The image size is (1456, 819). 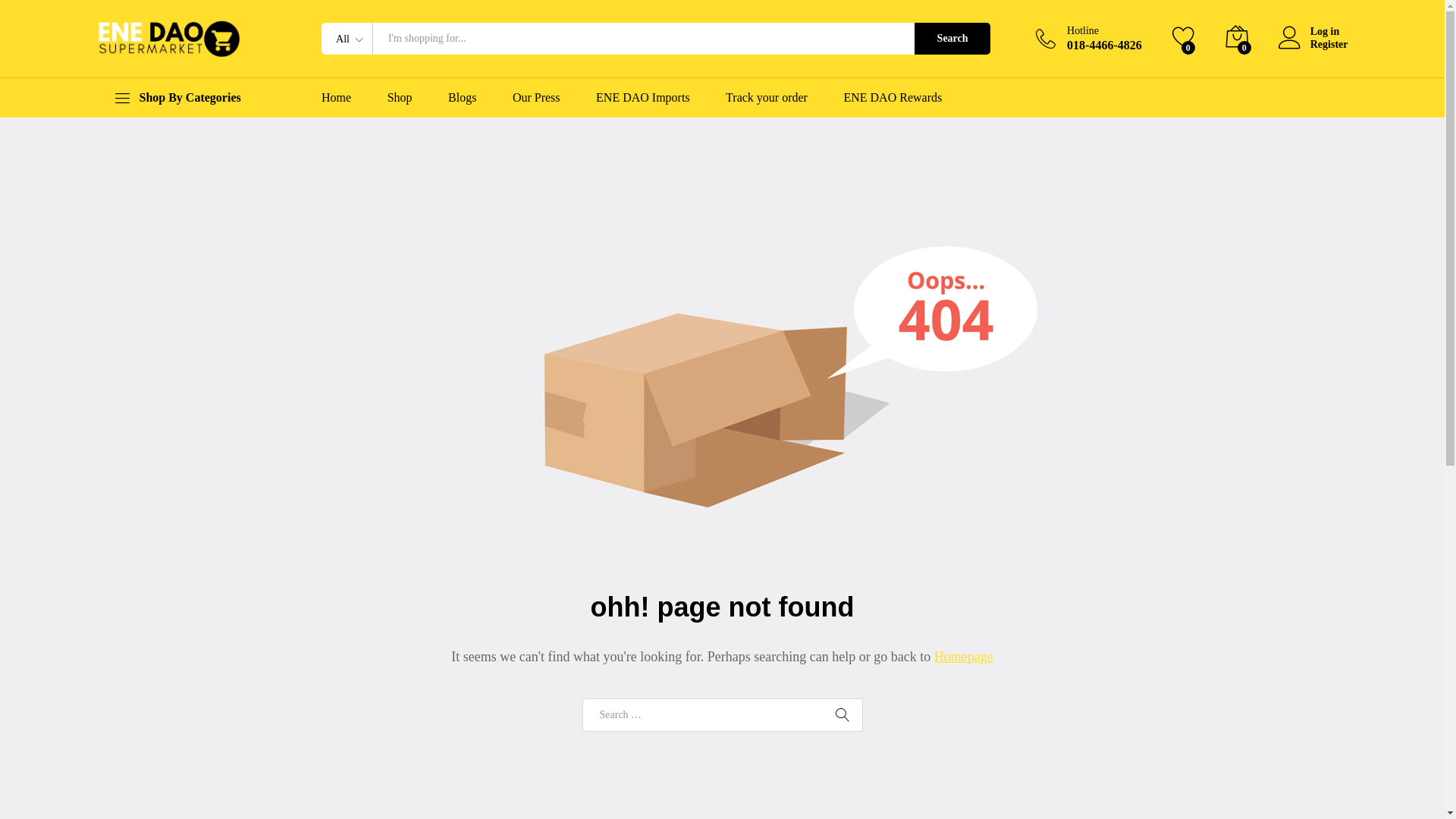 I want to click on 'Blogs', so click(x=447, y=97).